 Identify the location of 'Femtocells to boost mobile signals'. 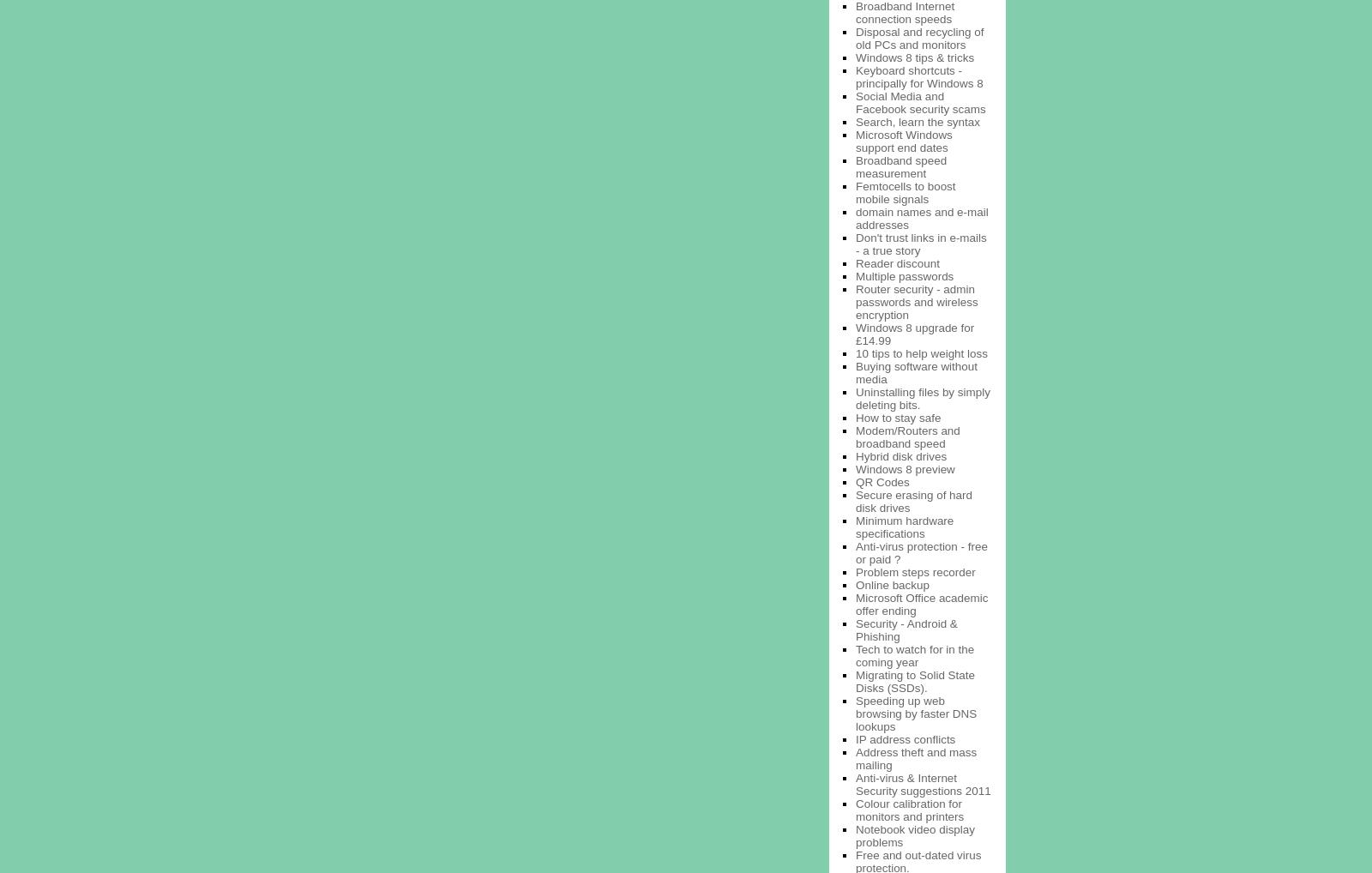
(855, 190).